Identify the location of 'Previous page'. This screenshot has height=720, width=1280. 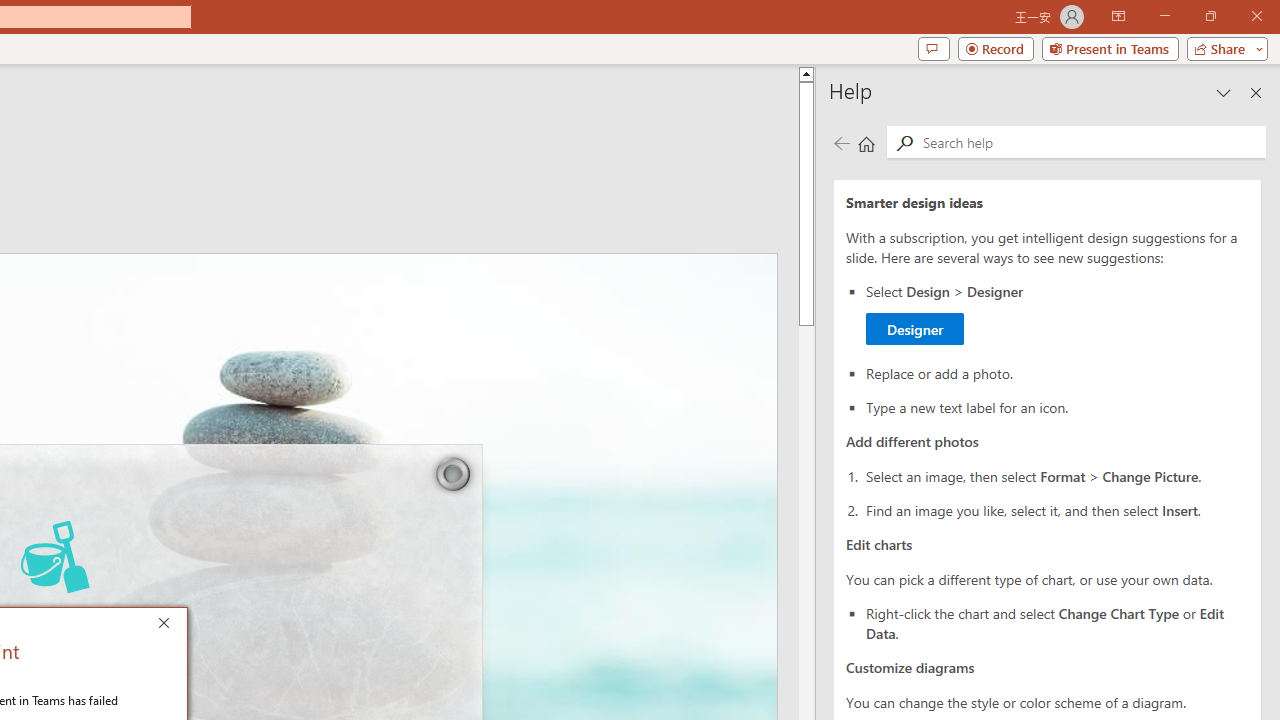
(841, 142).